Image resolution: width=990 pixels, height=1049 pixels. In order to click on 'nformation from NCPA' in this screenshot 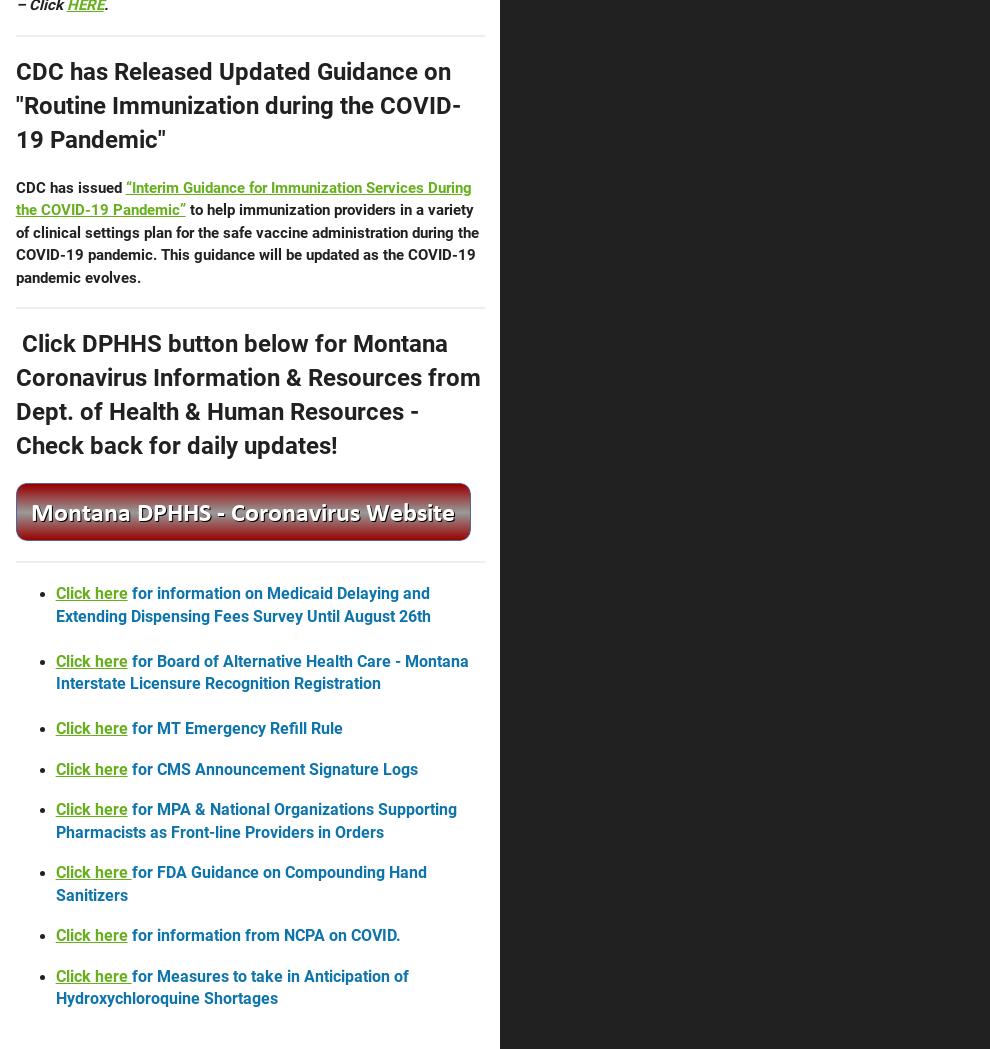, I will do `click(159, 935)`.